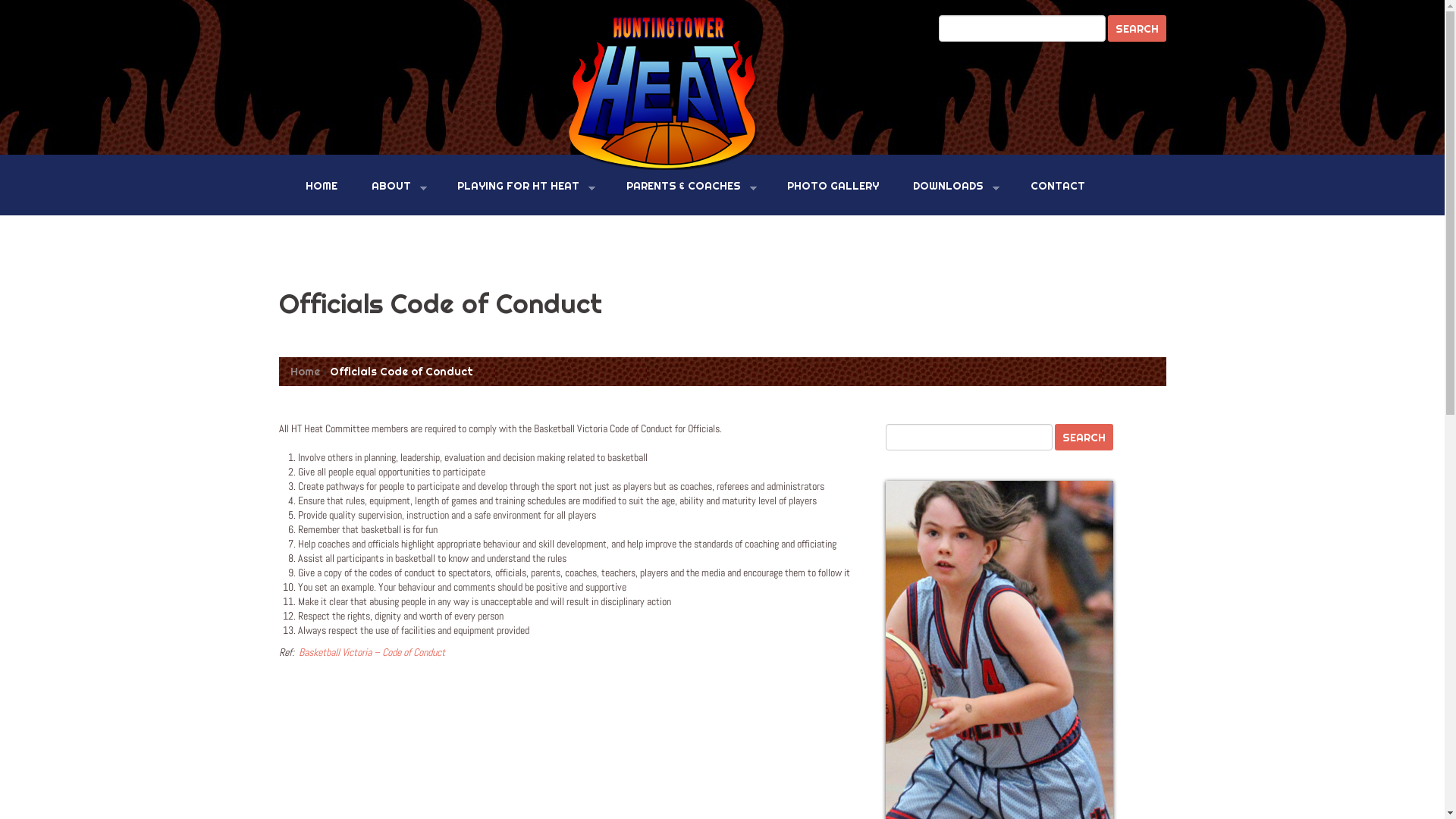  I want to click on 'search', so click(1106, 28).